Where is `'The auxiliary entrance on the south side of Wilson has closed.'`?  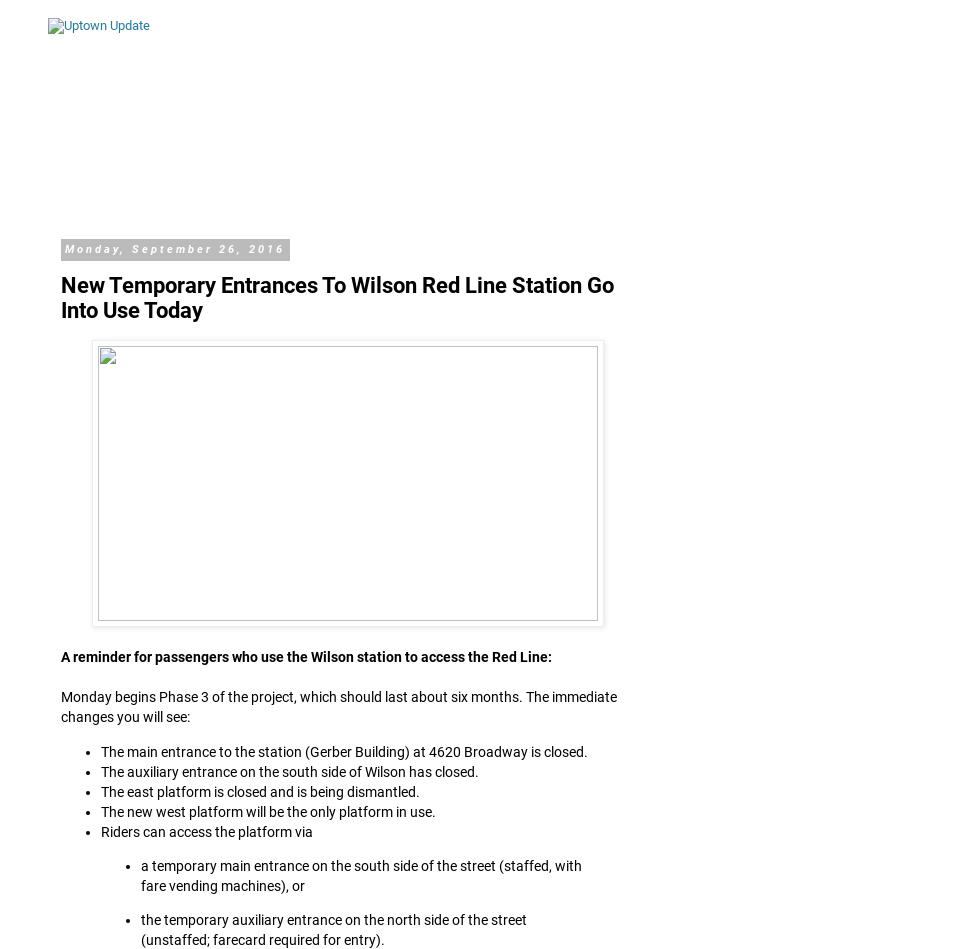
'The auxiliary entrance on the south side of Wilson has closed.' is located at coordinates (289, 770).